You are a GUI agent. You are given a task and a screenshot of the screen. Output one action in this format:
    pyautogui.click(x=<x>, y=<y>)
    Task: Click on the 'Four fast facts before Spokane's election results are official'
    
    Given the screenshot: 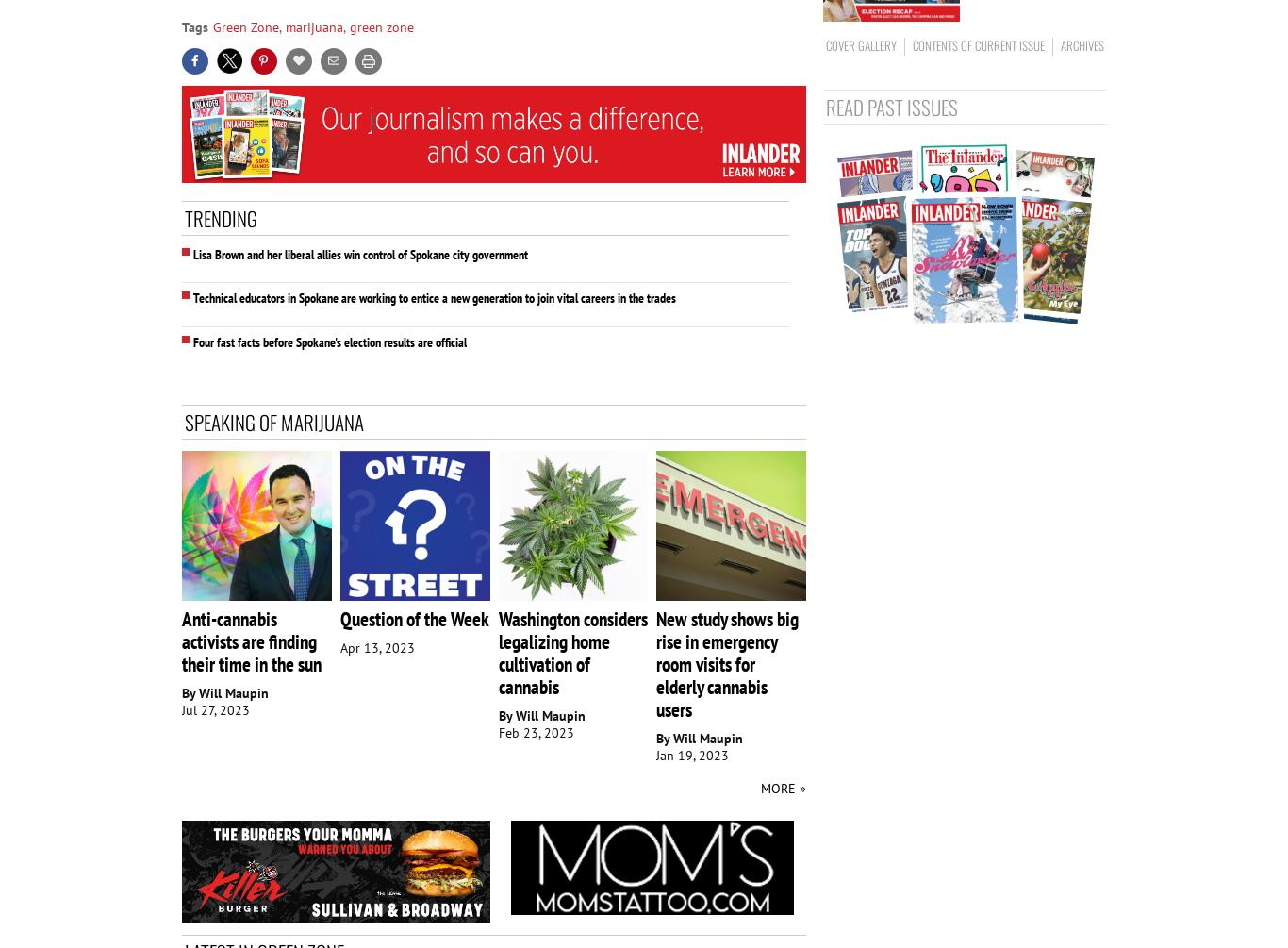 What is the action you would take?
    pyautogui.click(x=328, y=341)
    